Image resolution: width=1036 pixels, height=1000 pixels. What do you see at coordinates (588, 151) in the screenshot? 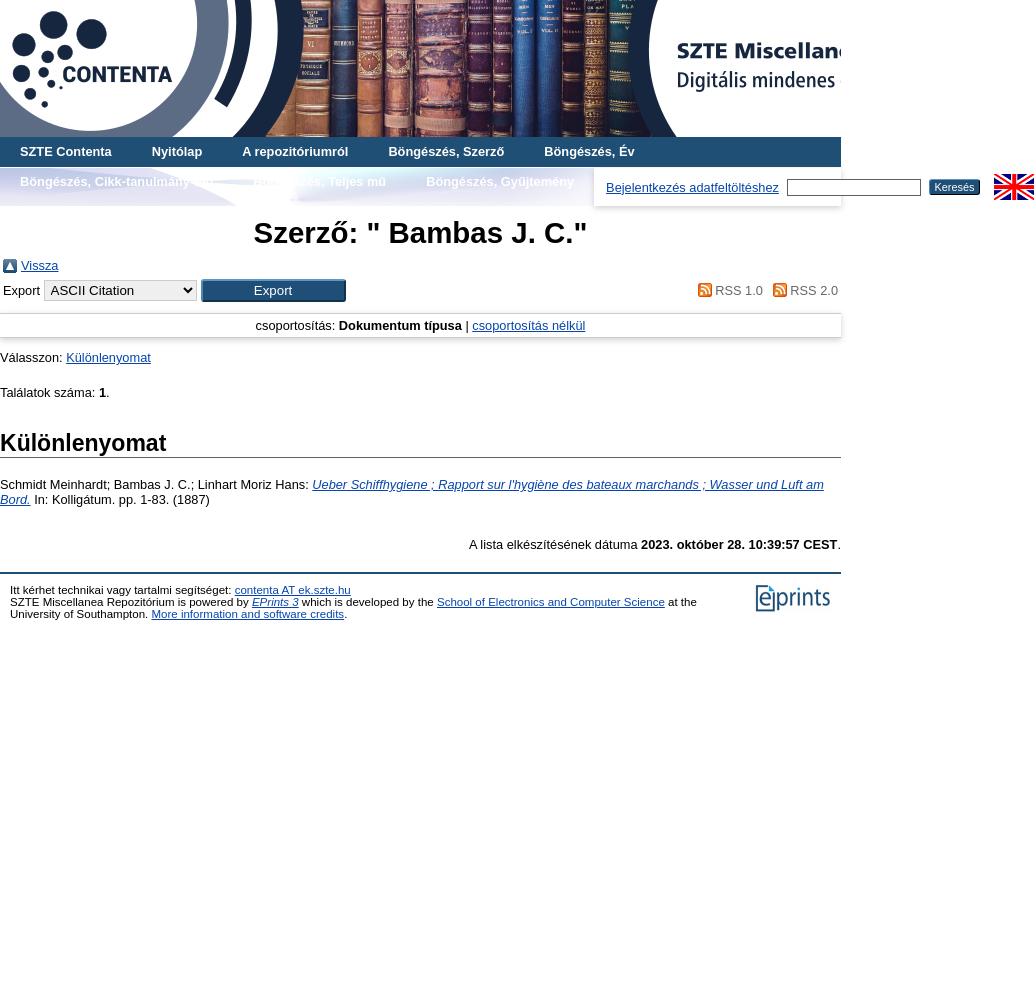
I see `'Böngészés, Év'` at bounding box center [588, 151].